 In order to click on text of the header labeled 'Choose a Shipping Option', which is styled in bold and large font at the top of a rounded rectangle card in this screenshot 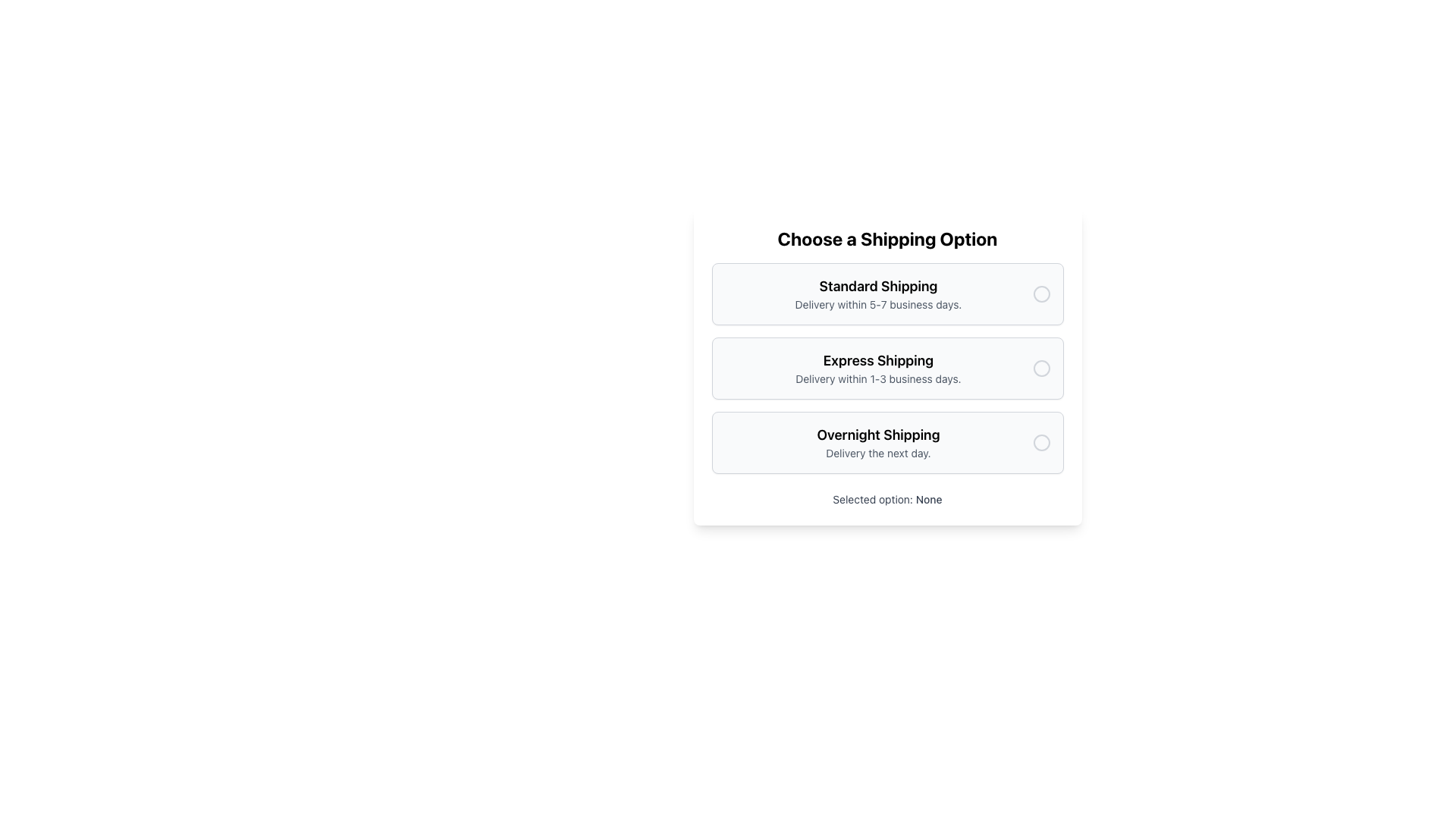, I will do `click(887, 239)`.